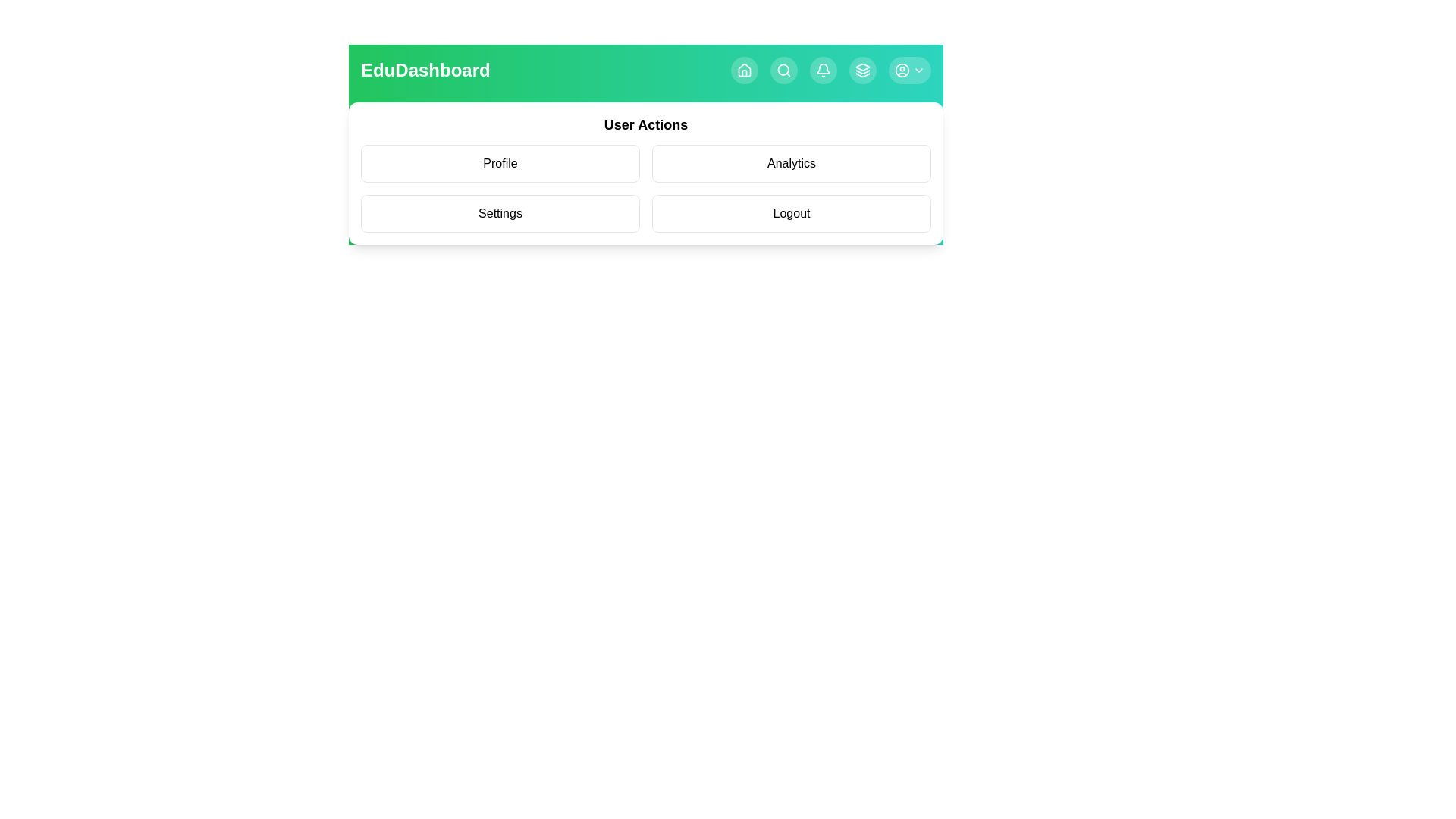 The image size is (1456, 819). What do you see at coordinates (500, 164) in the screenshot?
I see `the user action item Profile from the menu` at bounding box center [500, 164].